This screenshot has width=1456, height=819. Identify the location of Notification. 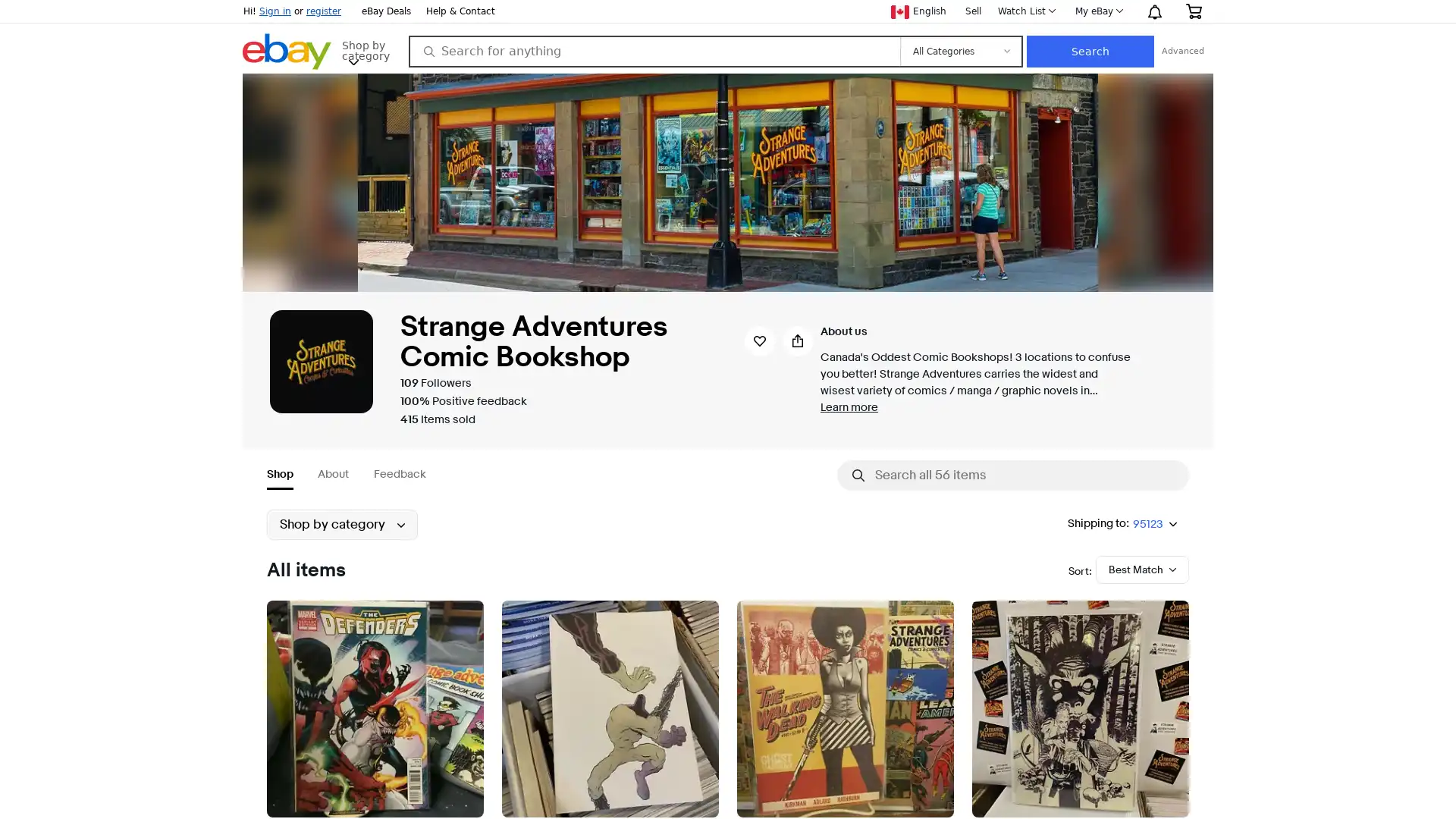
(1153, 11).